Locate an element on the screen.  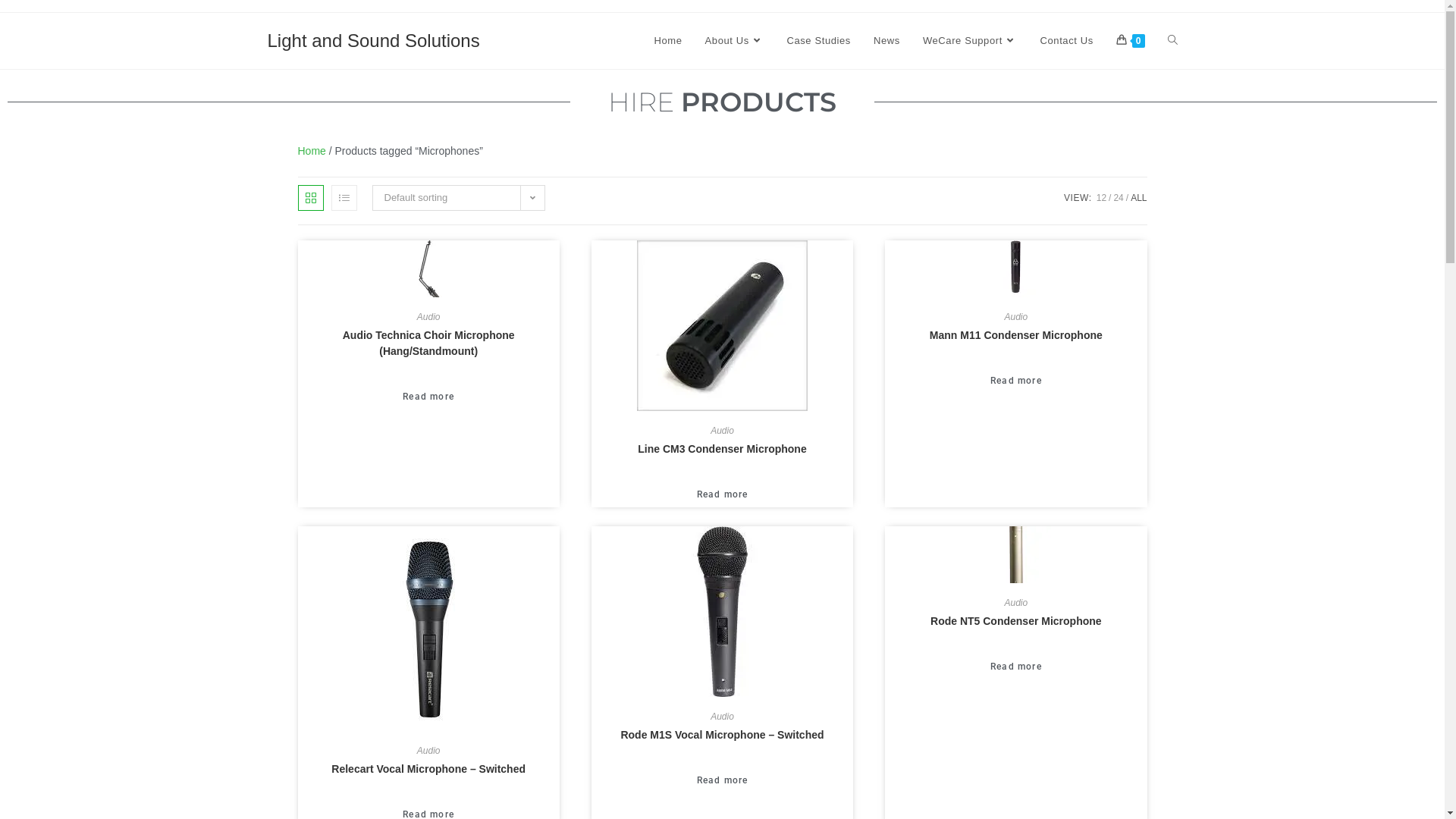
'0' is located at coordinates (1131, 40).